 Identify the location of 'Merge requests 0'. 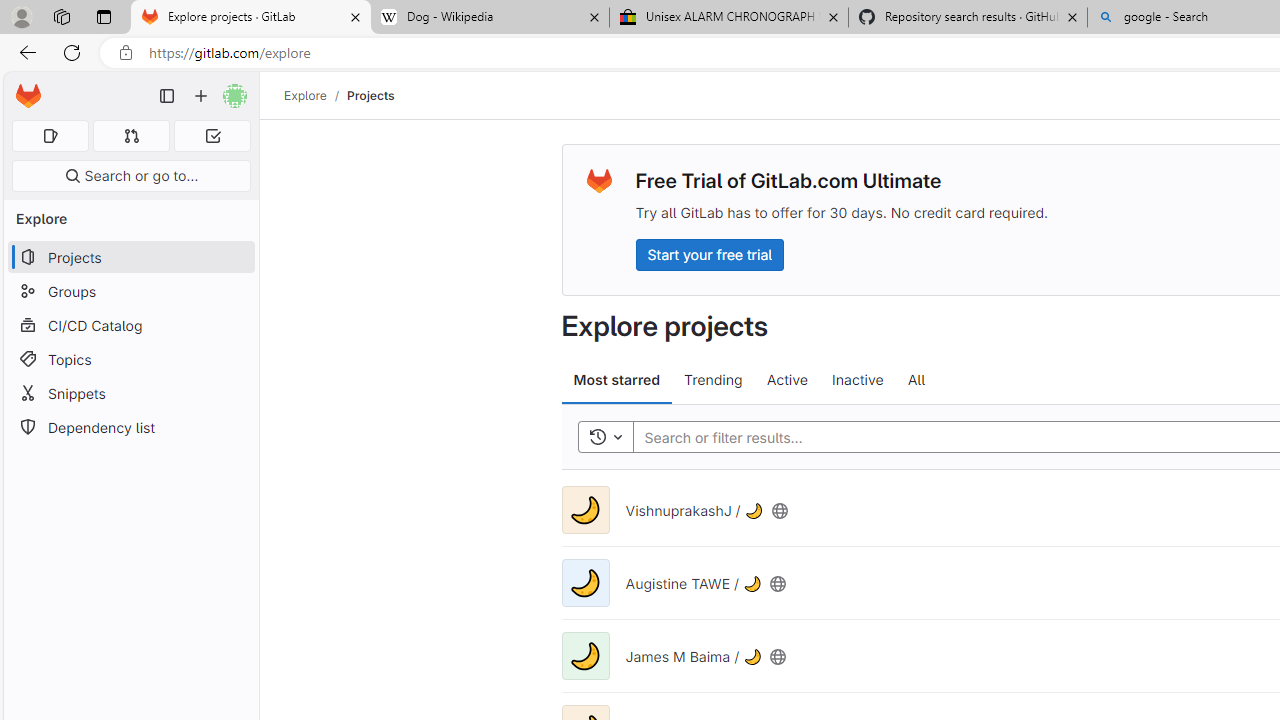
(130, 135).